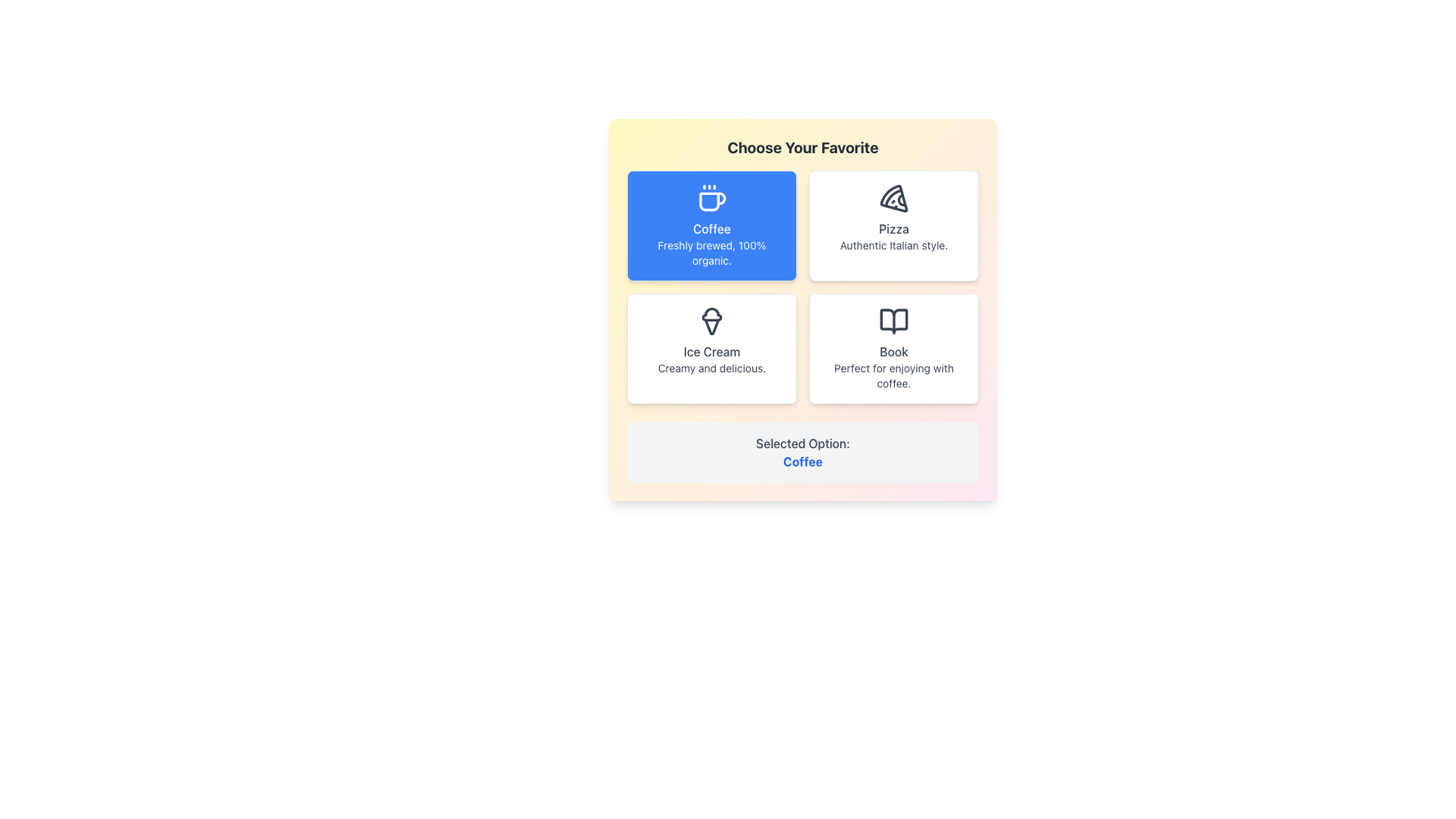 The height and width of the screenshot is (819, 1456). Describe the element at coordinates (711, 253) in the screenshot. I see `the descriptive text label providing details about the 'Coffee' card option, located at the bottom section of the 'Coffee' card` at that location.